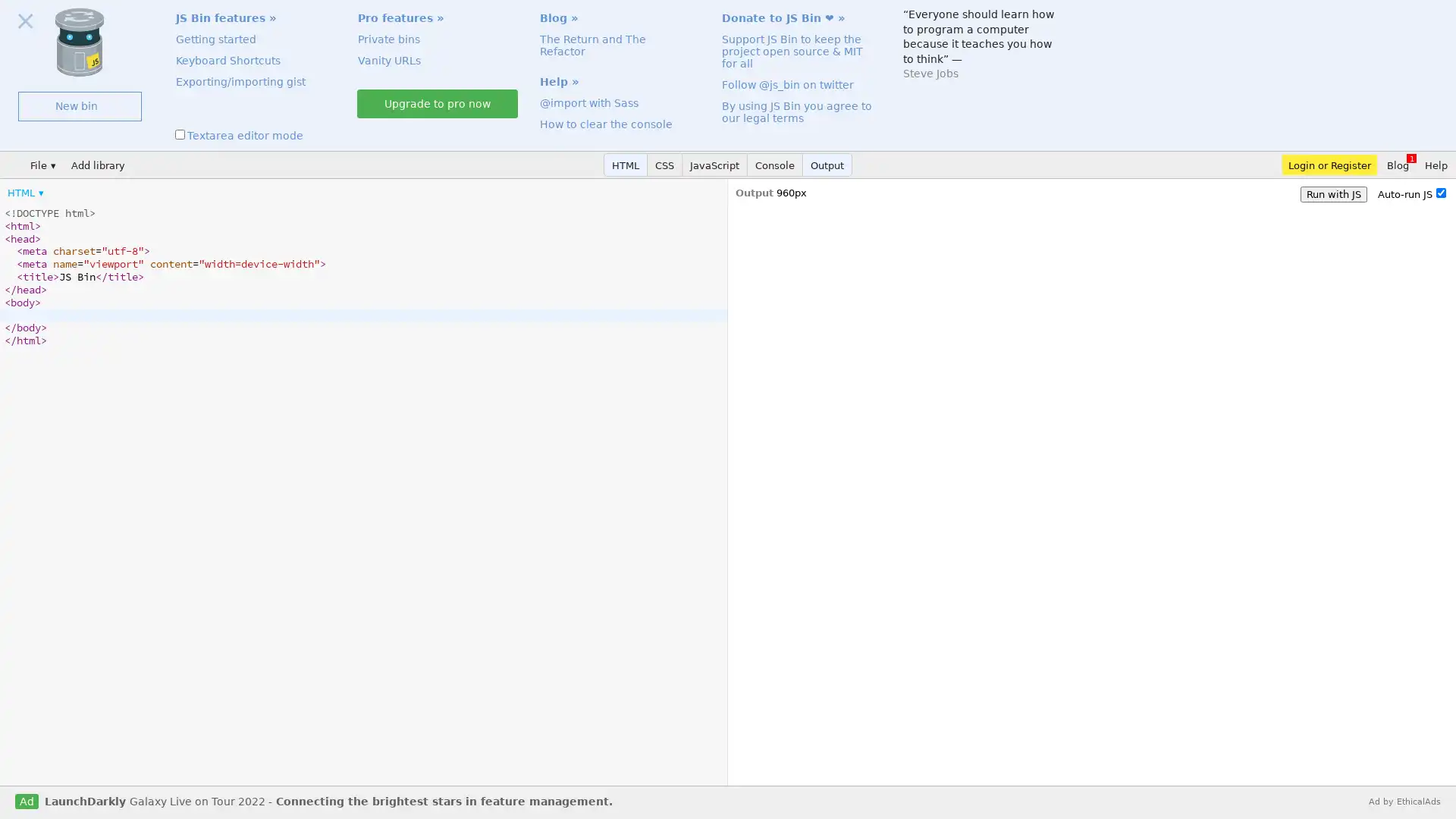 This screenshot has width=1456, height=819. I want to click on Console Panel: Inactive, so click(775, 165).